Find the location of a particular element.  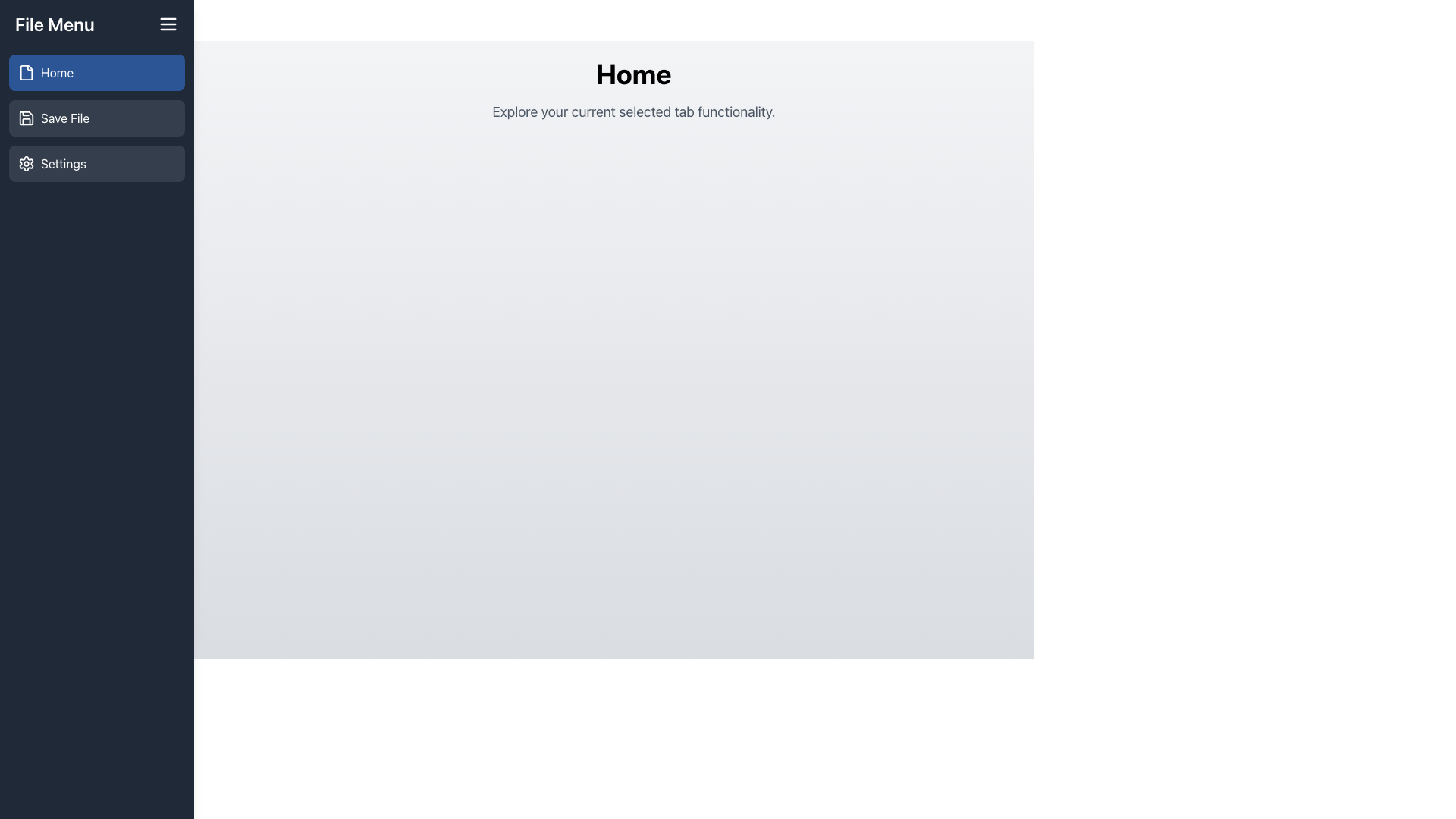

text of the 'File Menu' label located at the top-left corner of the navigation pane, above the navigation options is located at coordinates (55, 24).